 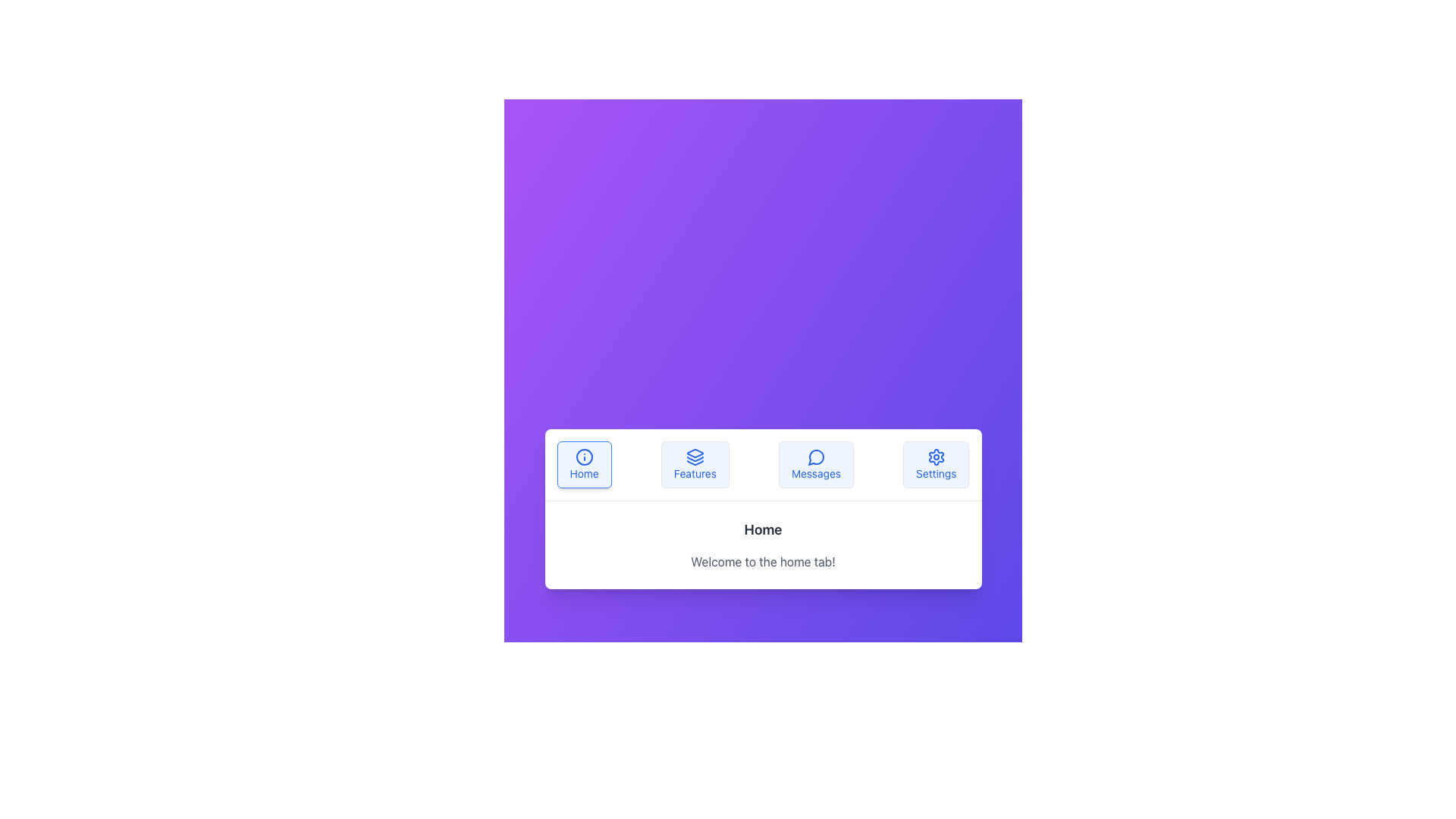 I want to click on the third interactive button labeled 'Messages' in the bottom widget, so click(x=815, y=463).